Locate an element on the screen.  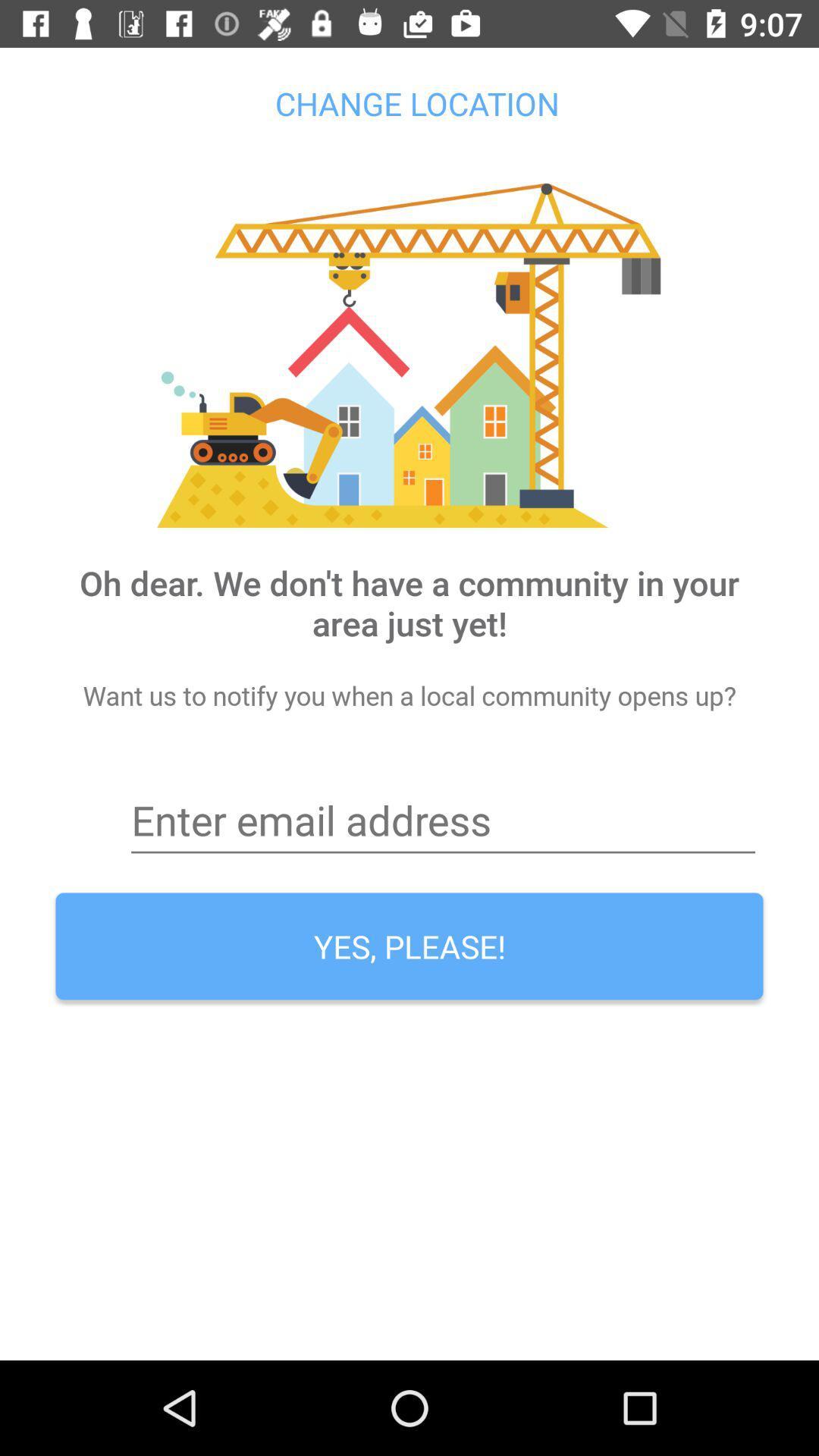
the change location is located at coordinates (409, 102).